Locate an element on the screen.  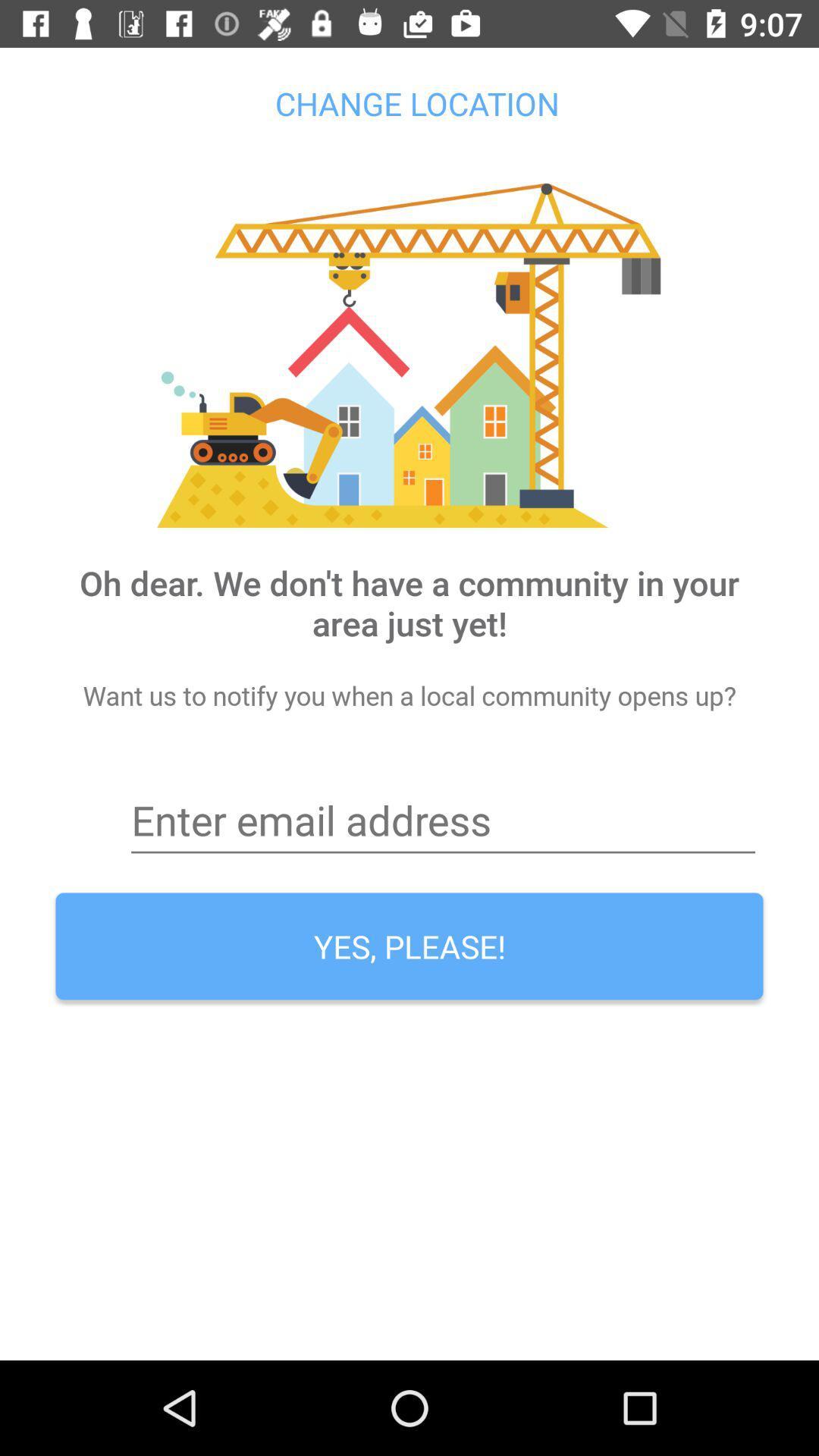
the change location is located at coordinates (409, 102).